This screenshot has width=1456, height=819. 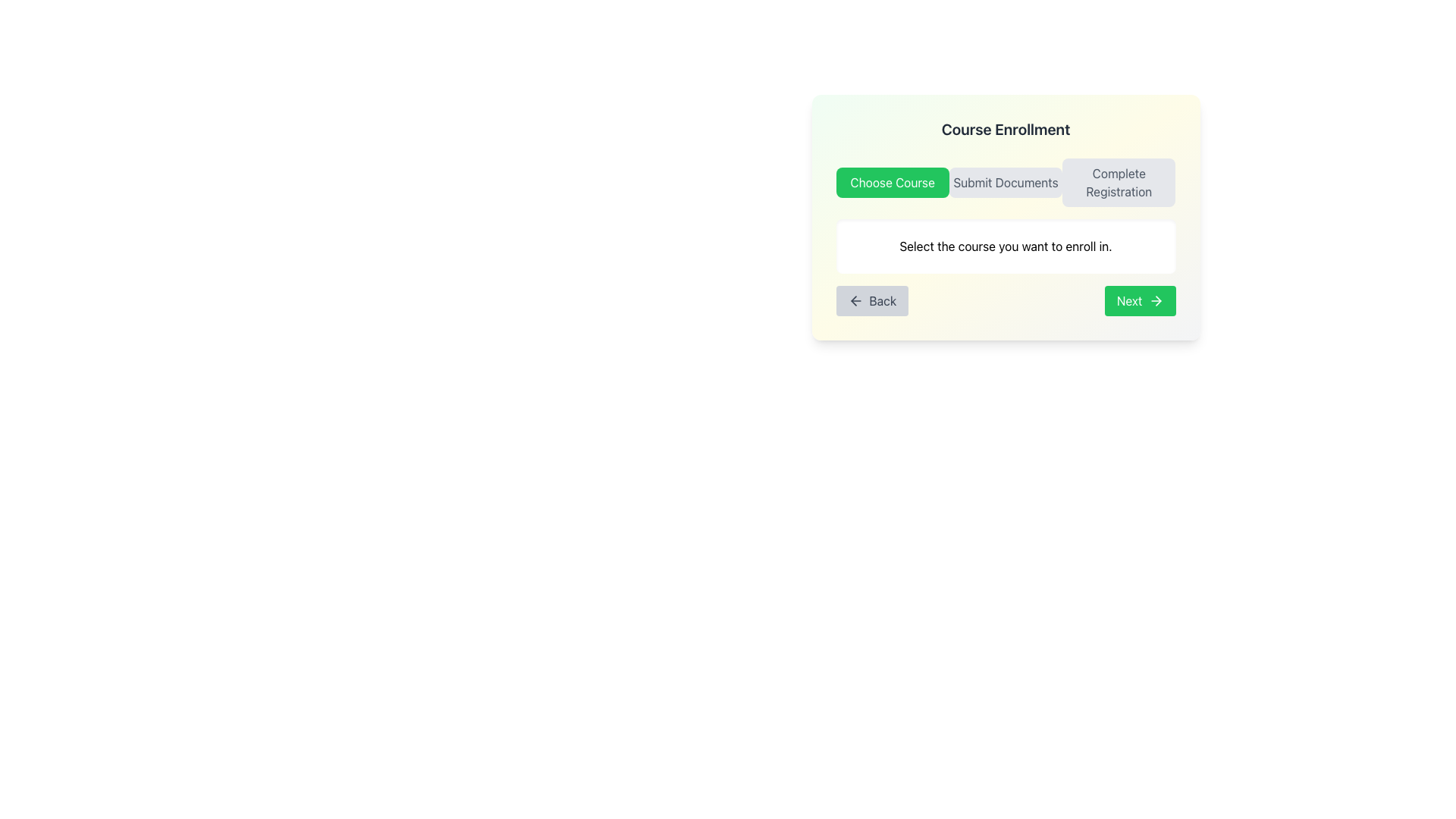 What do you see at coordinates (1006, 245) in the screenshot?
I see `the instructional text block that guides the user to make a choice from the courses available for enrollment, located below the 'Choose Course,' 'Submit Documents,' and 'Complete Registration' buttons` at bounding box center [1006, 245].